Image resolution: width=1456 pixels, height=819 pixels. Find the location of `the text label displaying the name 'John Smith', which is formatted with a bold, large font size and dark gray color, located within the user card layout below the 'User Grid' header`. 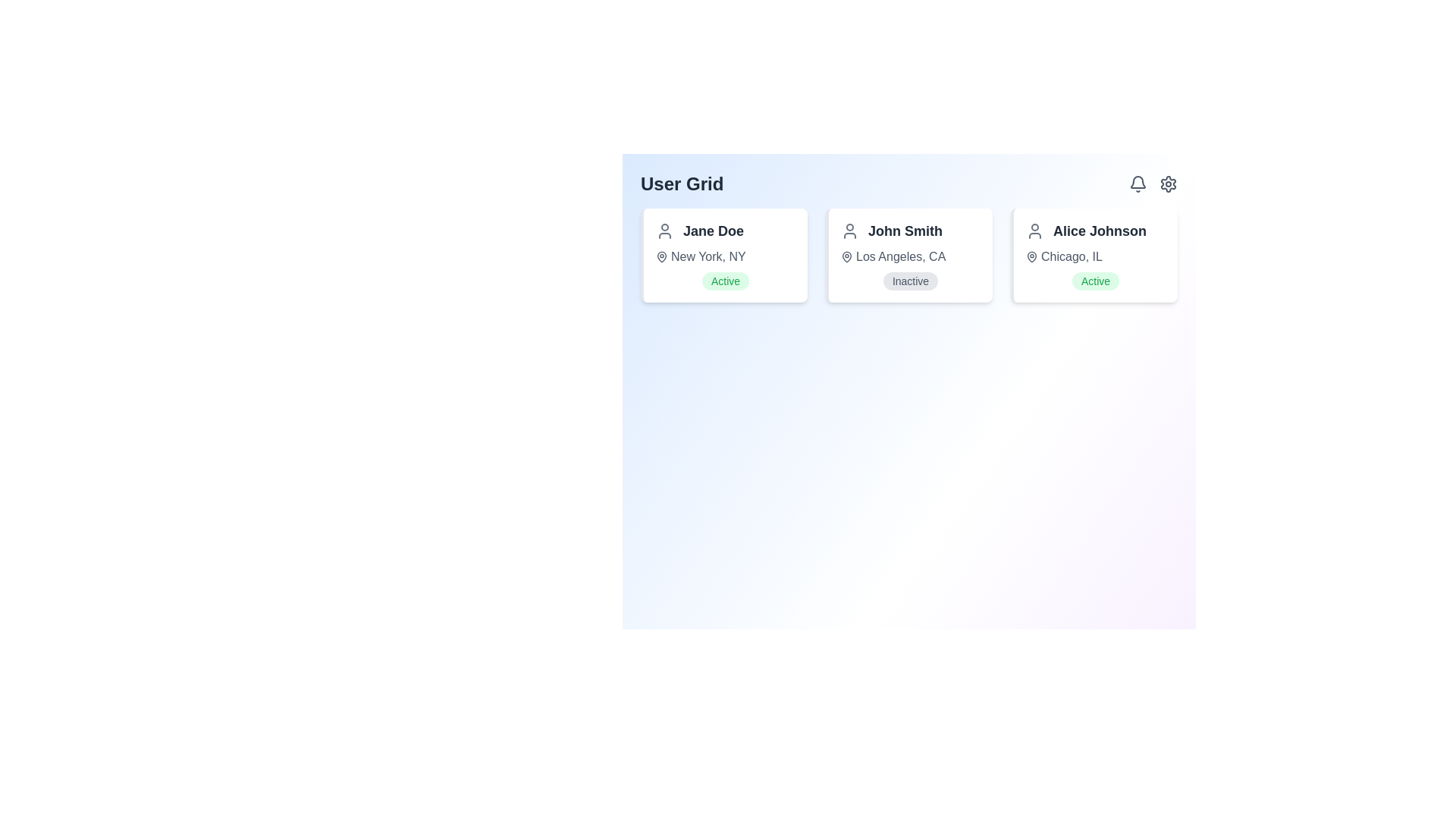

the text label displaying the name 'John Smith', which is formatted with a bold, large font size and dark gray color, located within the user card layout below the 'User Grid' header is located at coordinates (905, 231).